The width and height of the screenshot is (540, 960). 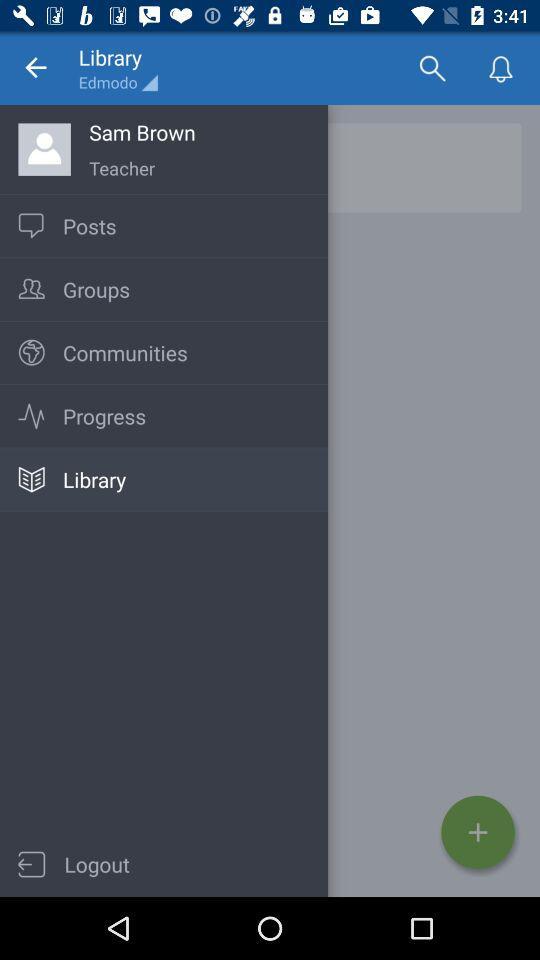 I want to click on the icon right to the search icon, so click(x=500, y=67).